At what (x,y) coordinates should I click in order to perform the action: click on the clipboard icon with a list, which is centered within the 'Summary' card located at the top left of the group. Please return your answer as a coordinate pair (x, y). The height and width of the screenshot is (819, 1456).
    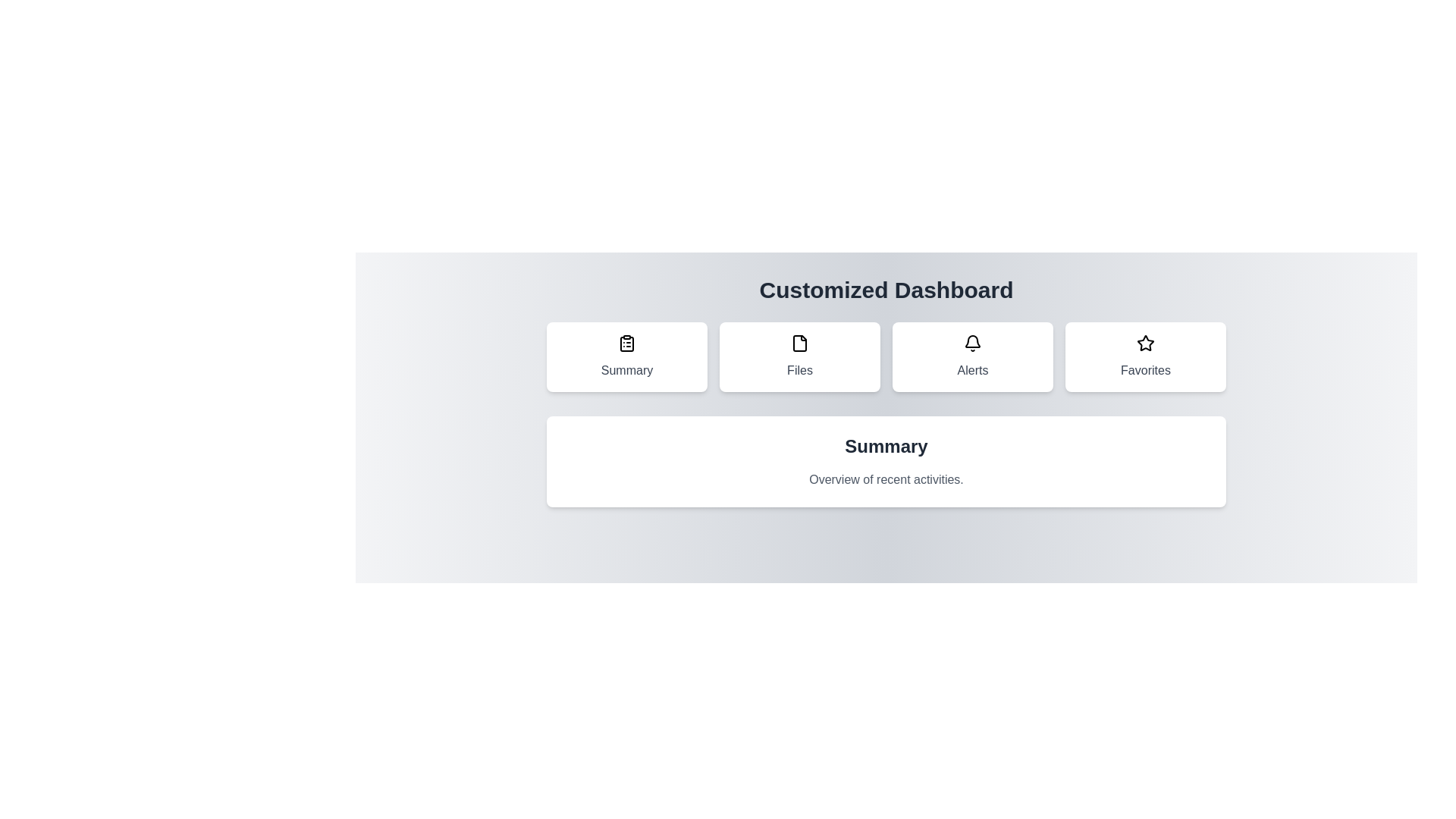
    Looking at the image, I should click on (626, 343).